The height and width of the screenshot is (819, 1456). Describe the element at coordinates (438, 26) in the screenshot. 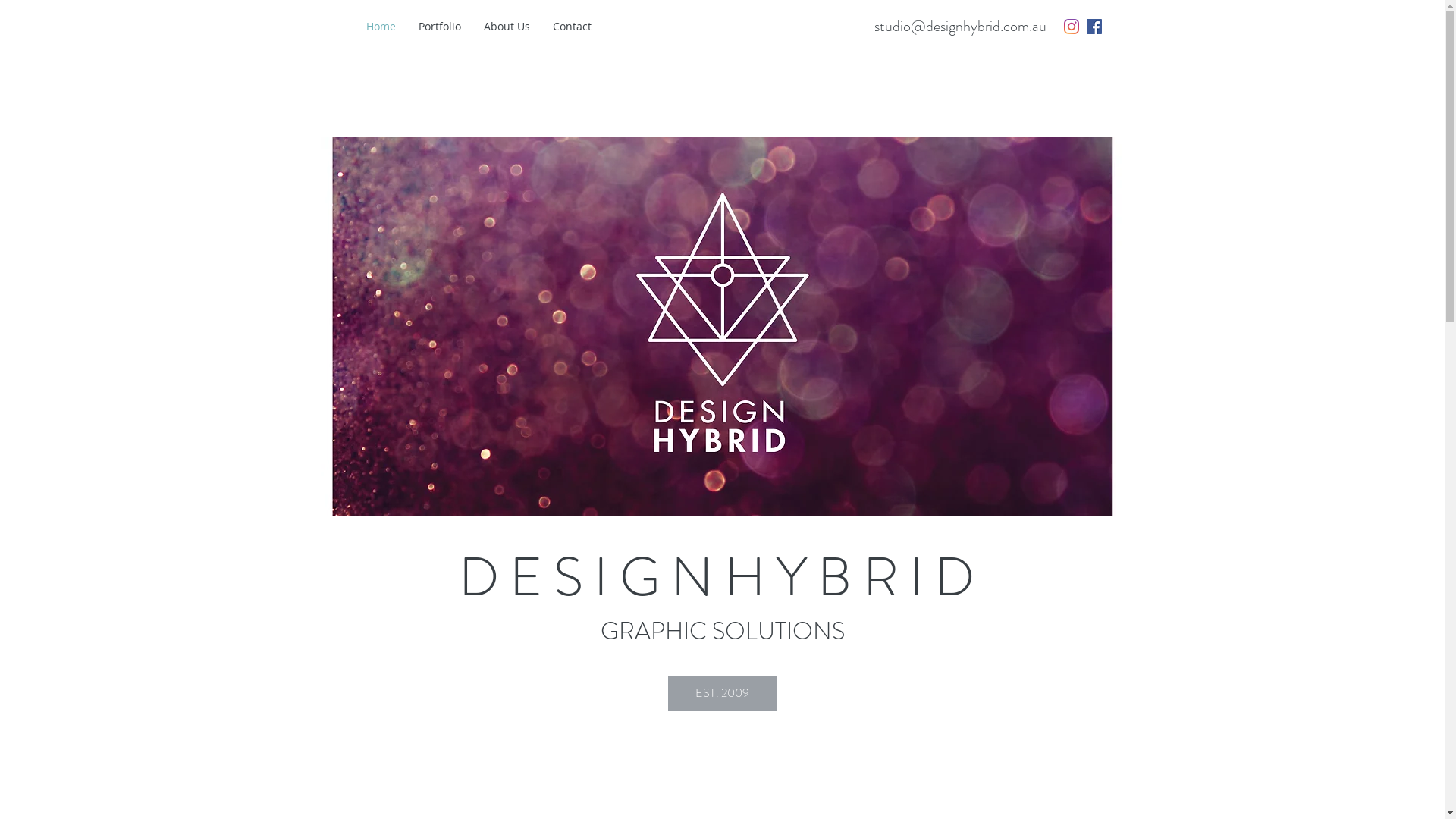

I see `'Portfolio'` at that location.